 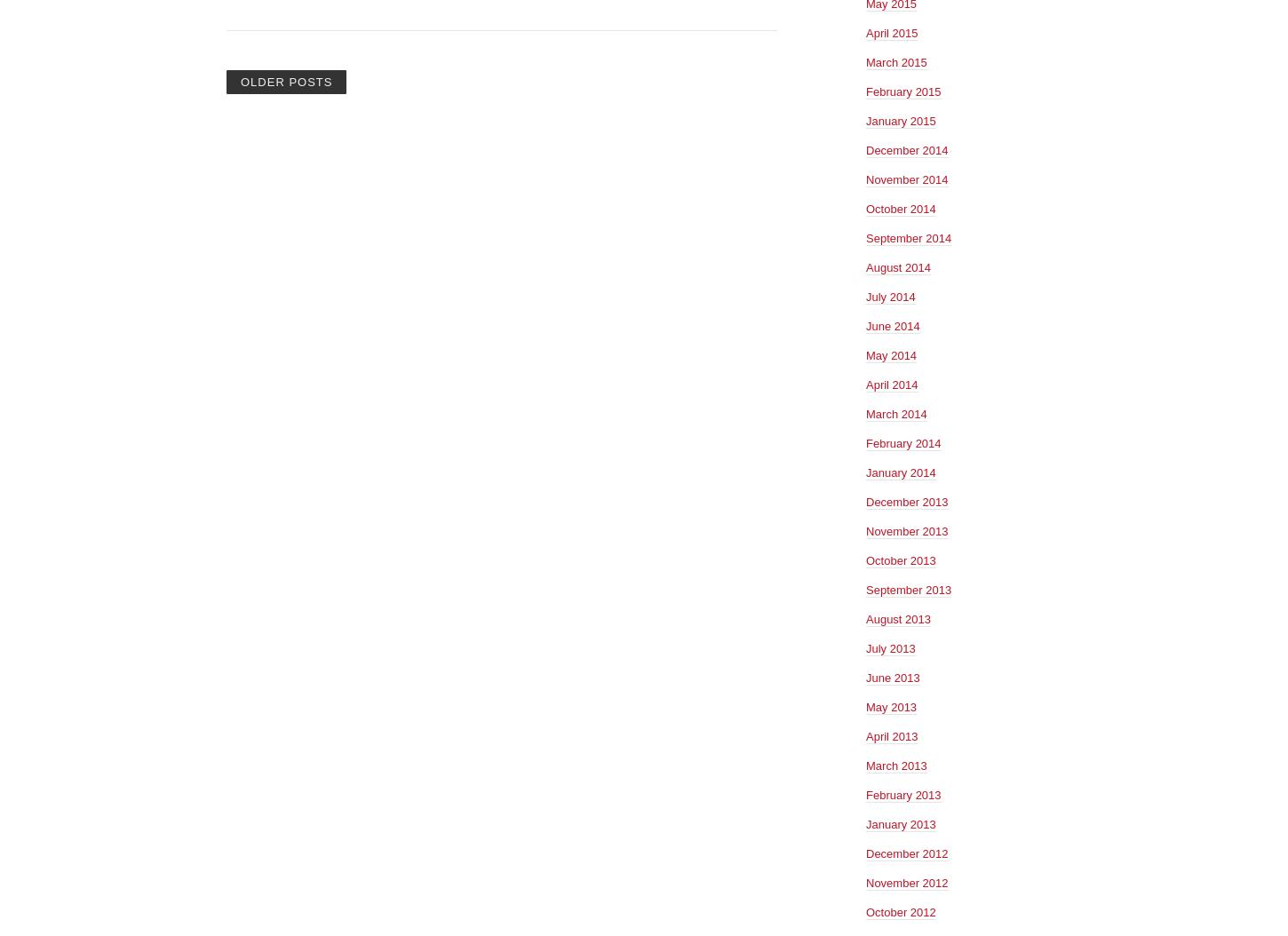 I want to click on 'March 2015', so click(x=896, y=60).